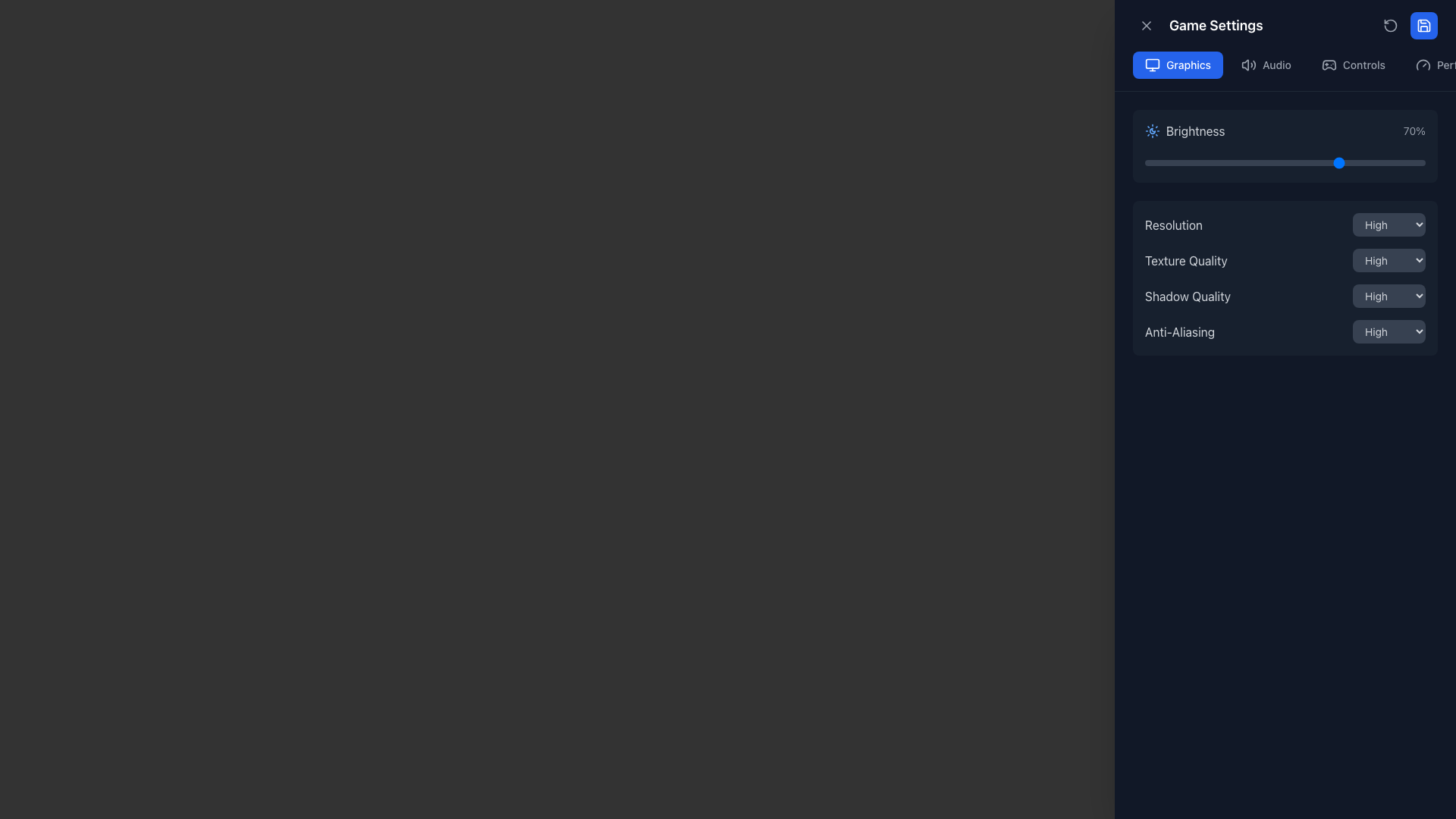 The image size is (1456, 819). I want to click on the audio volume icon next to the 'Audio' label in the navigation bar of the application, so click(1248, 64).